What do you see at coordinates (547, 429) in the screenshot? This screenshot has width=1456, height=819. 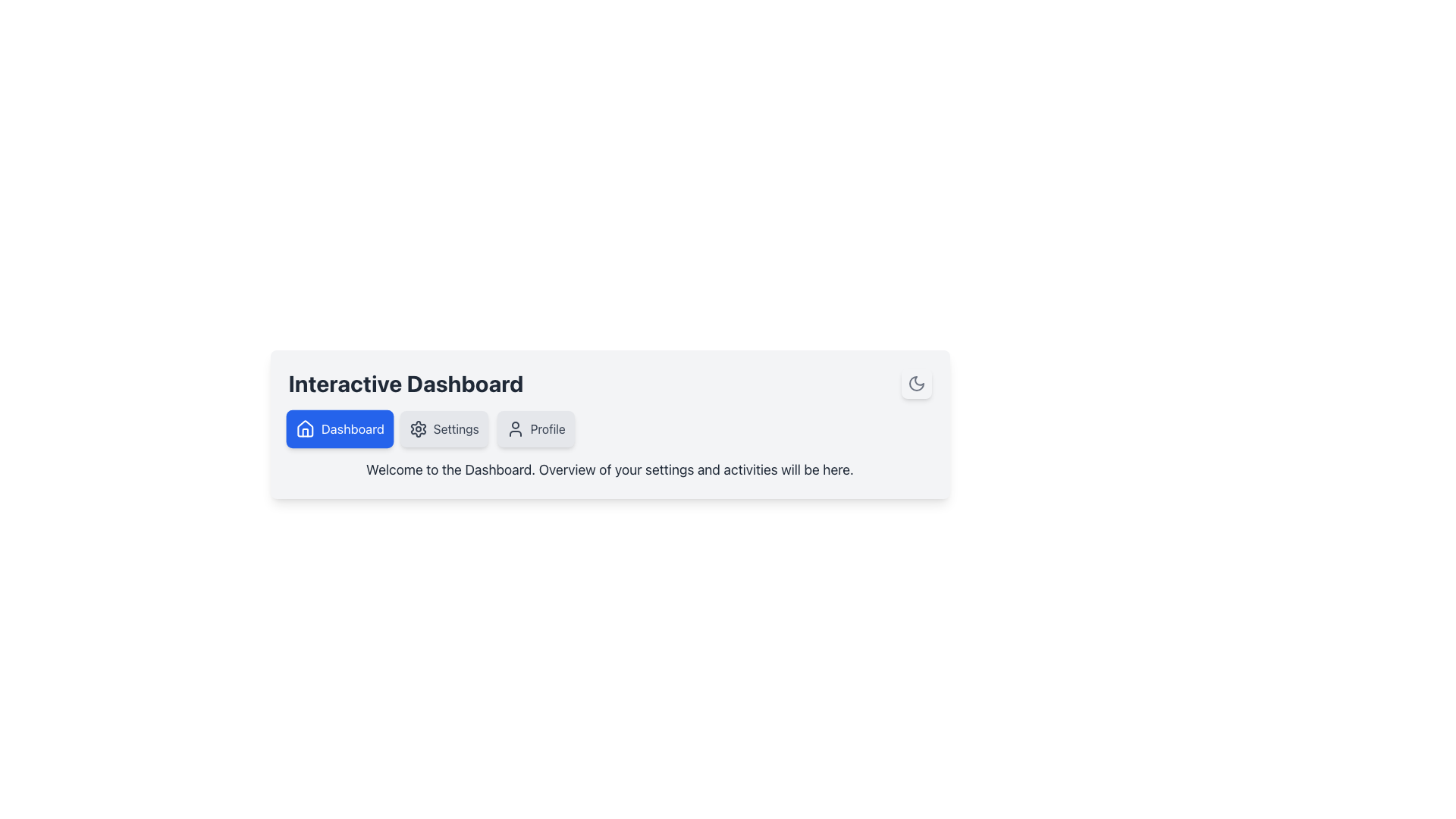 I see `the Text label indicating user profile-related options, situated to the right of a user silhouette icon in the navigation menu` at bounding box center [547, 429].